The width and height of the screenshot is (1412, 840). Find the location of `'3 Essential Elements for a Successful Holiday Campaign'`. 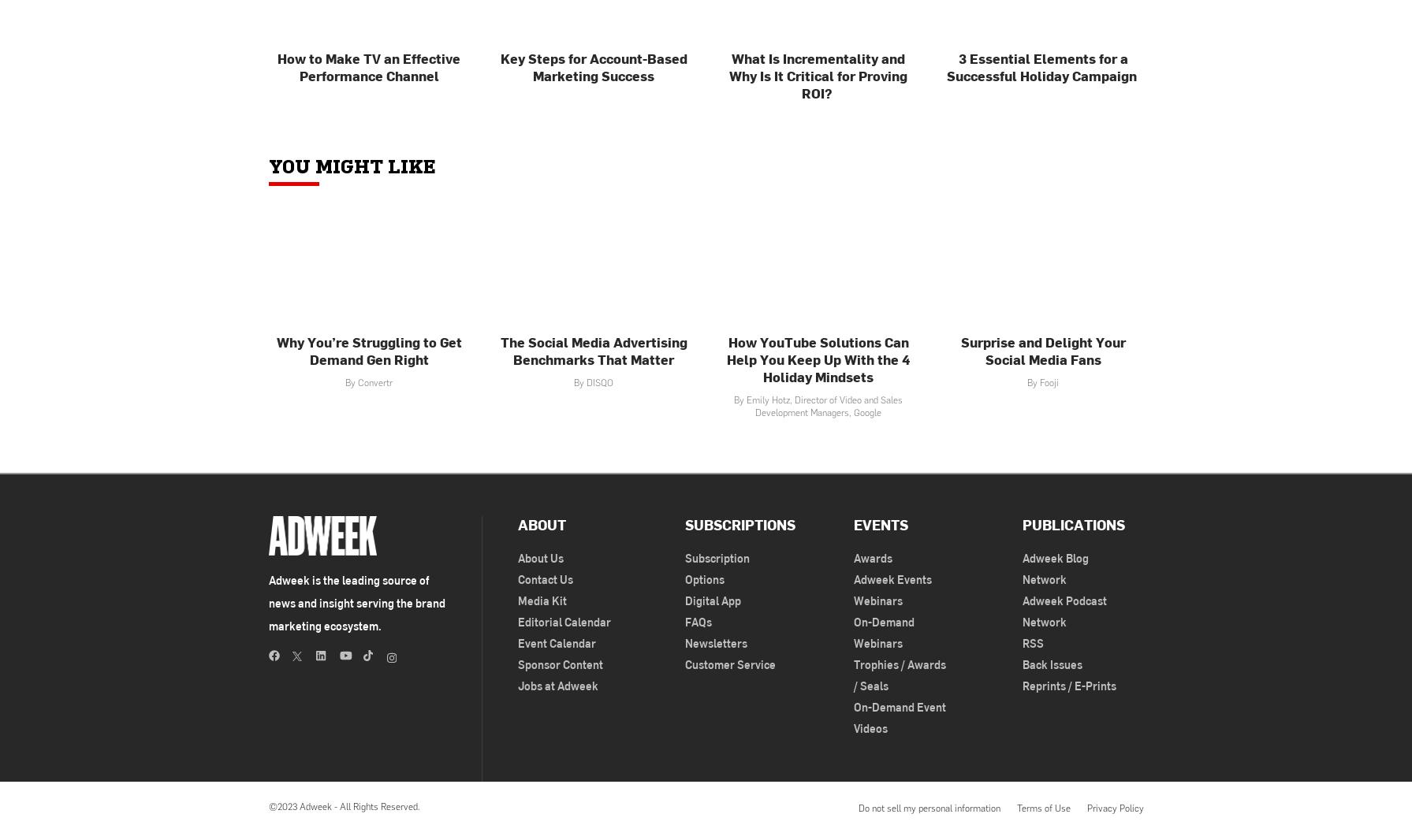

'3 Essential Elements for a Successful Holiday Campaign' is located at coordinates (1041, 65).